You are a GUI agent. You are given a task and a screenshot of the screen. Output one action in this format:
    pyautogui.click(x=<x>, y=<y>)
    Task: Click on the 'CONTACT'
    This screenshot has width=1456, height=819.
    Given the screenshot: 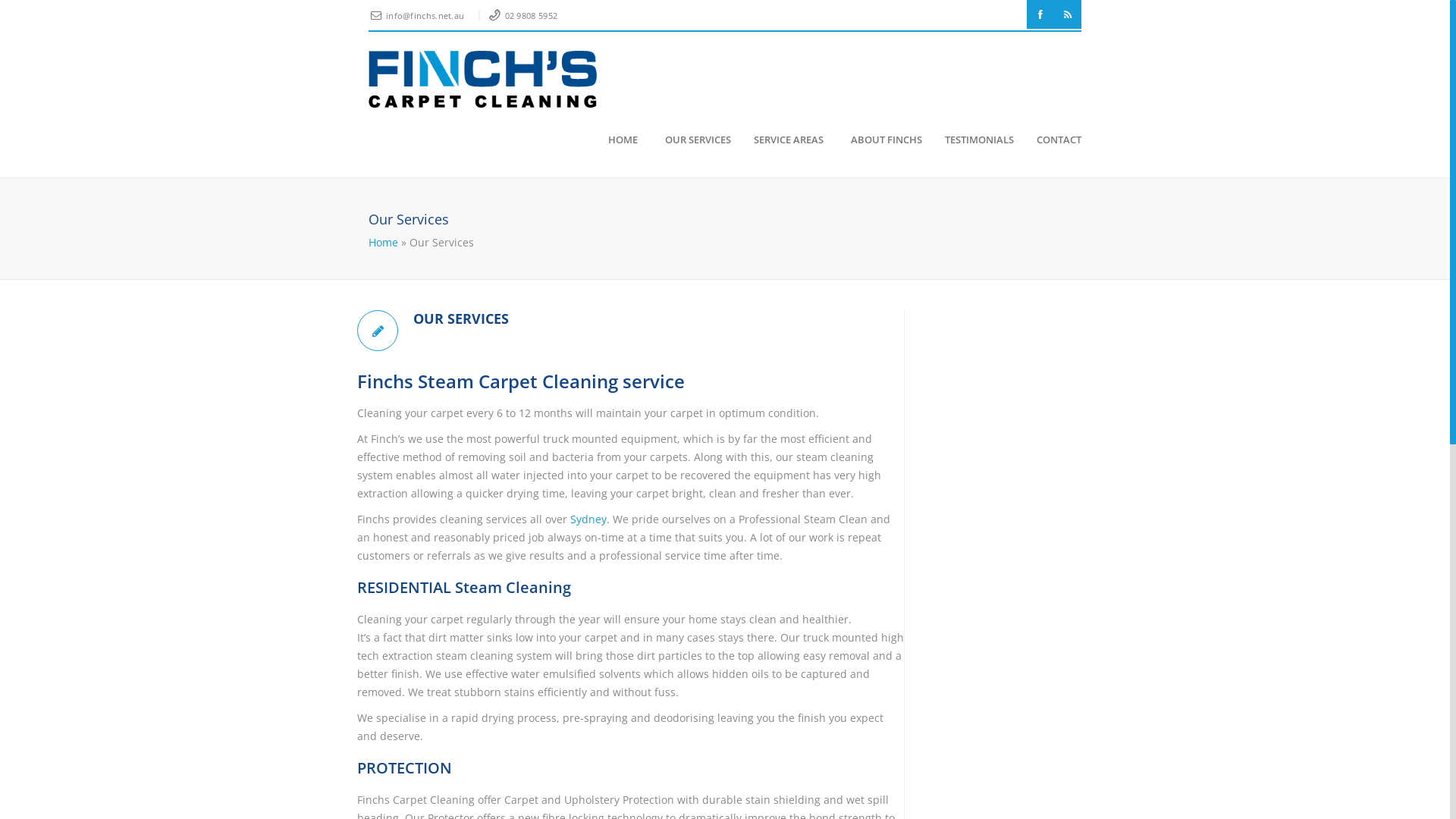 What is the action you would take?
    pyautogui.click(x=1051, y=140)
    